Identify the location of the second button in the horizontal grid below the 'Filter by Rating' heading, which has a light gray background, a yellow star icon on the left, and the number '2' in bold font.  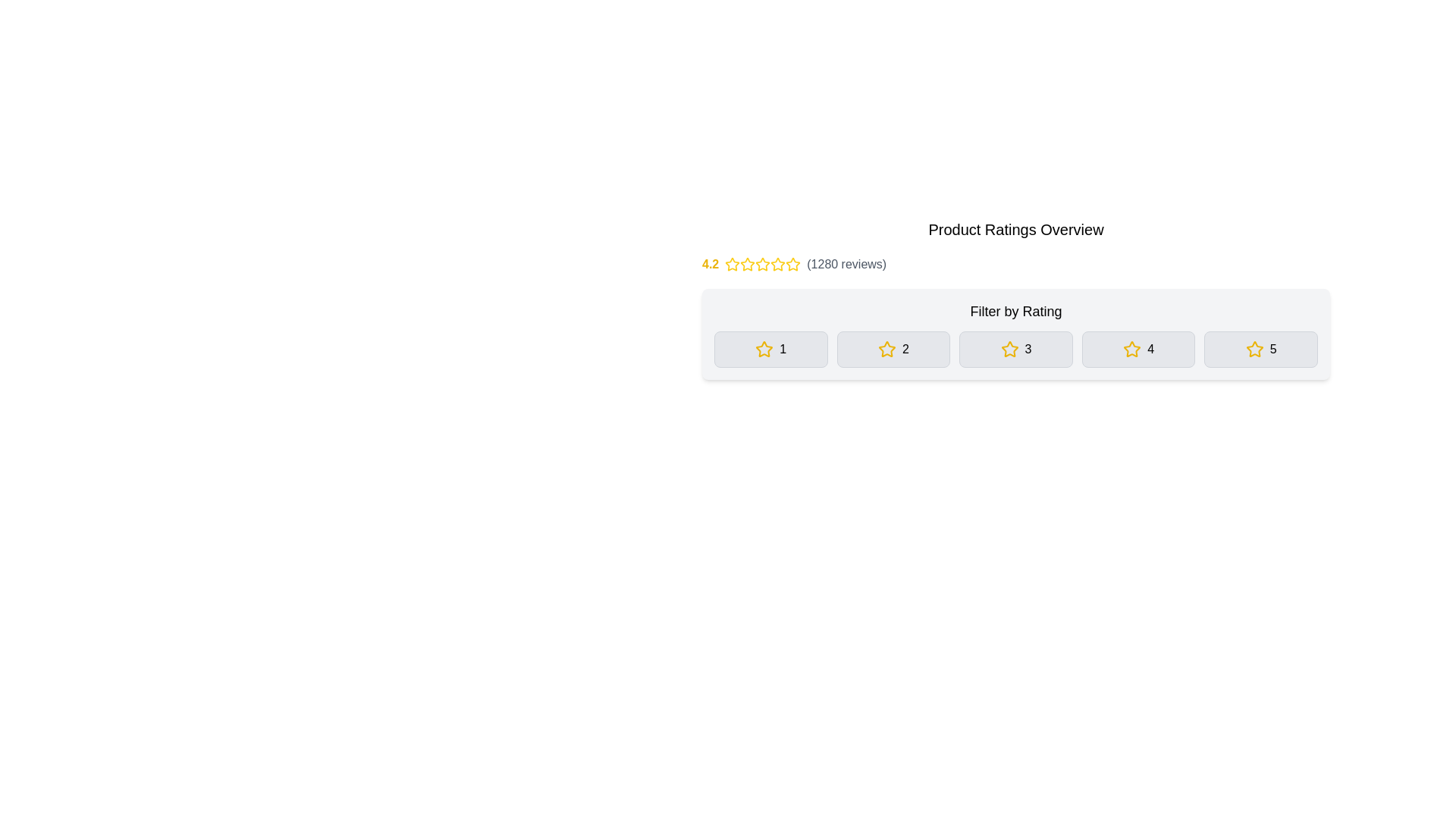
(893, 350).